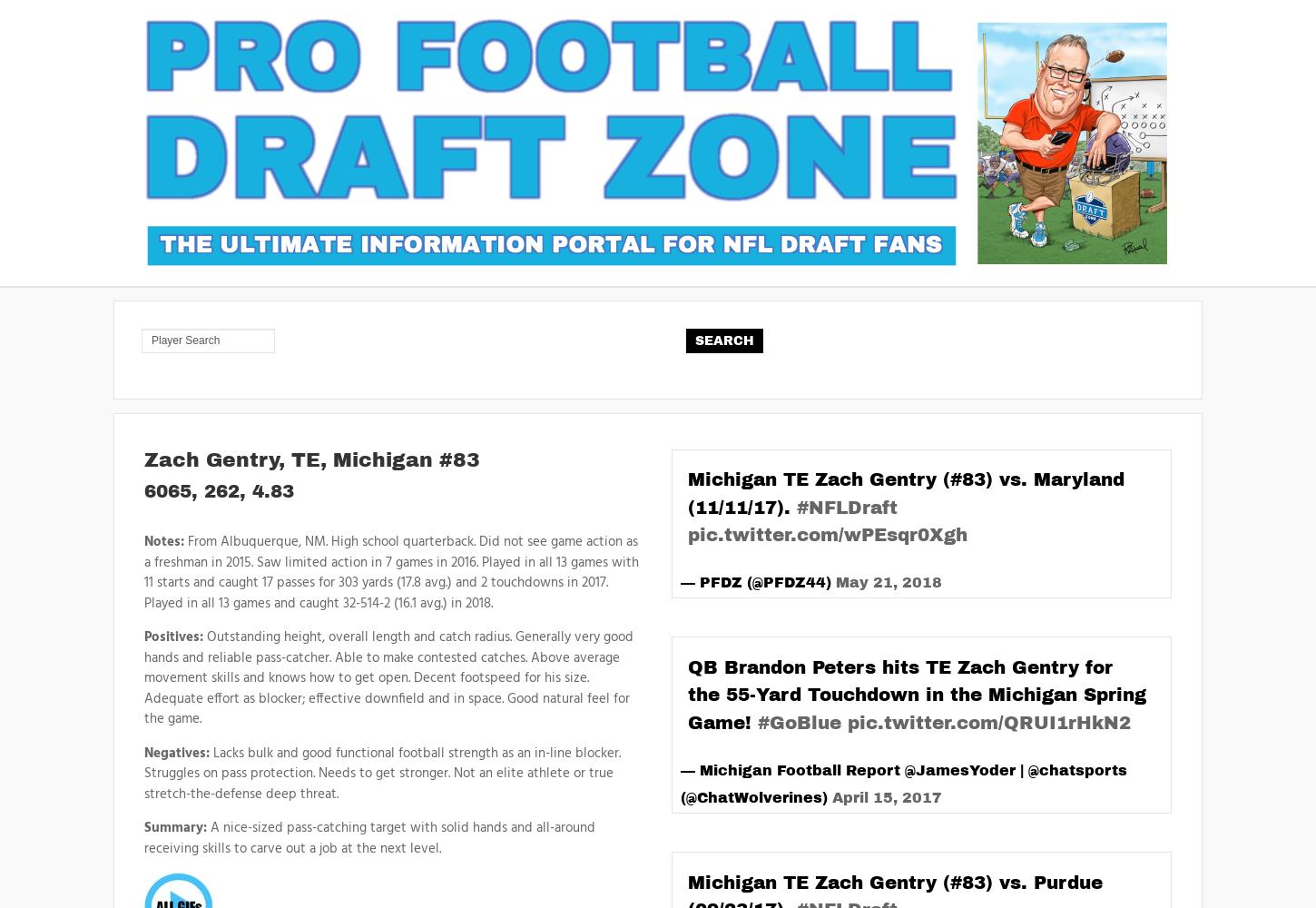 Image resolution: width=1316 pixels, height=908 pixels. I want to click on '6065, 262, 4.83', so click(143, 490).